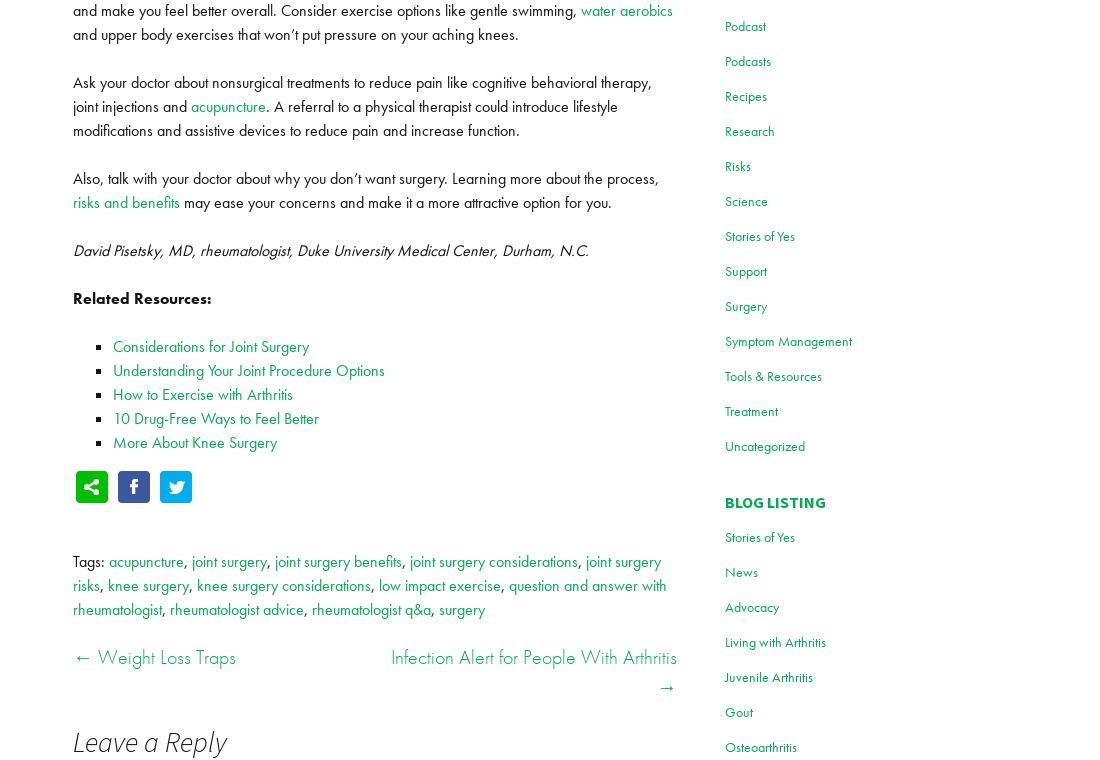 The image size is (1100, 760). What do you see at coordinates (370, 596) in the screenshot?
I see `'question and answer with rheumatologist'` at bounding box center [370, 596].